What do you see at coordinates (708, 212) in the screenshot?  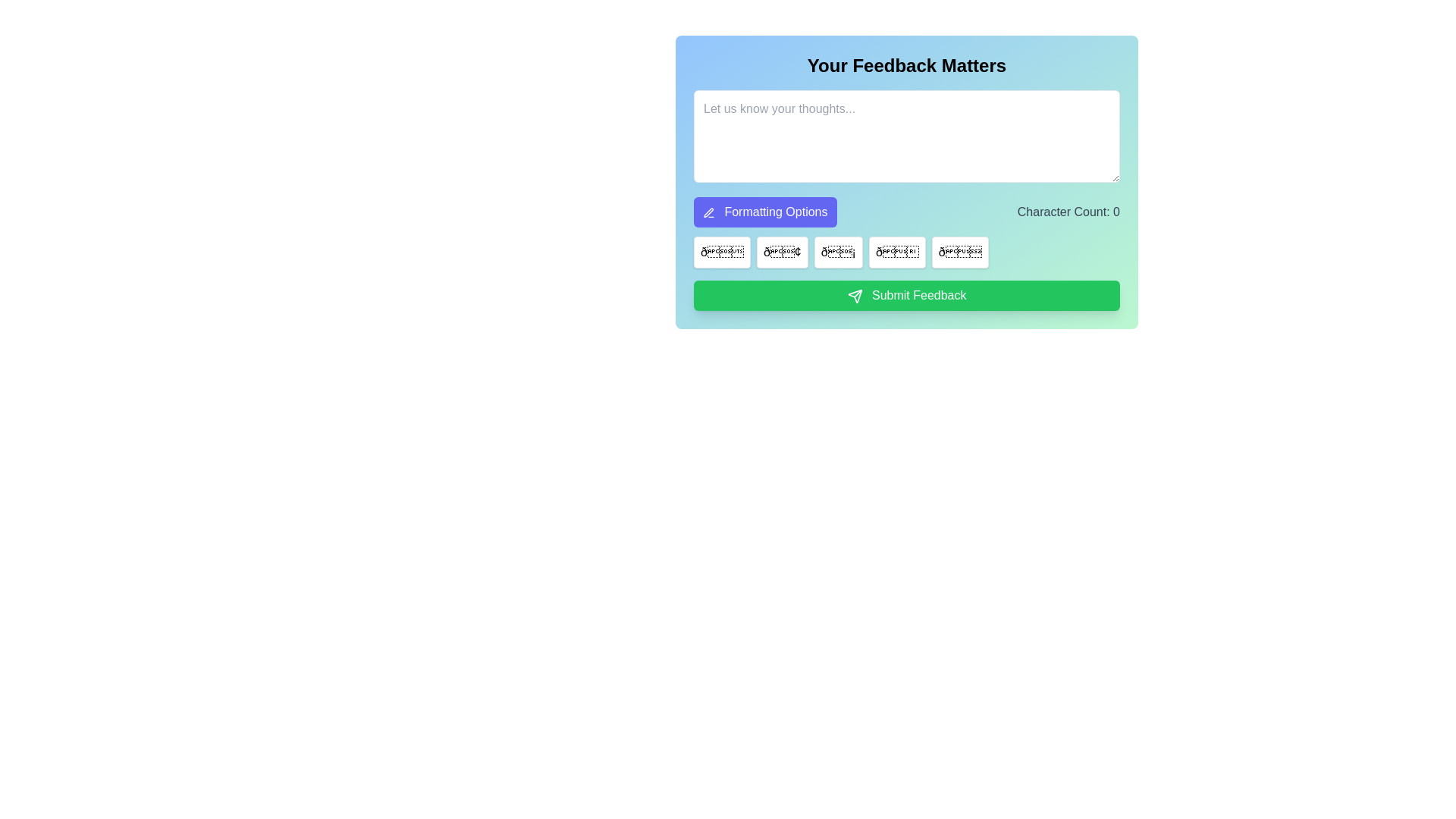 I see `the pen or stylus icon, which is a small outline-style icon located directly to the left of the 'Formatting Options' text` at bounding box center [708, 212].